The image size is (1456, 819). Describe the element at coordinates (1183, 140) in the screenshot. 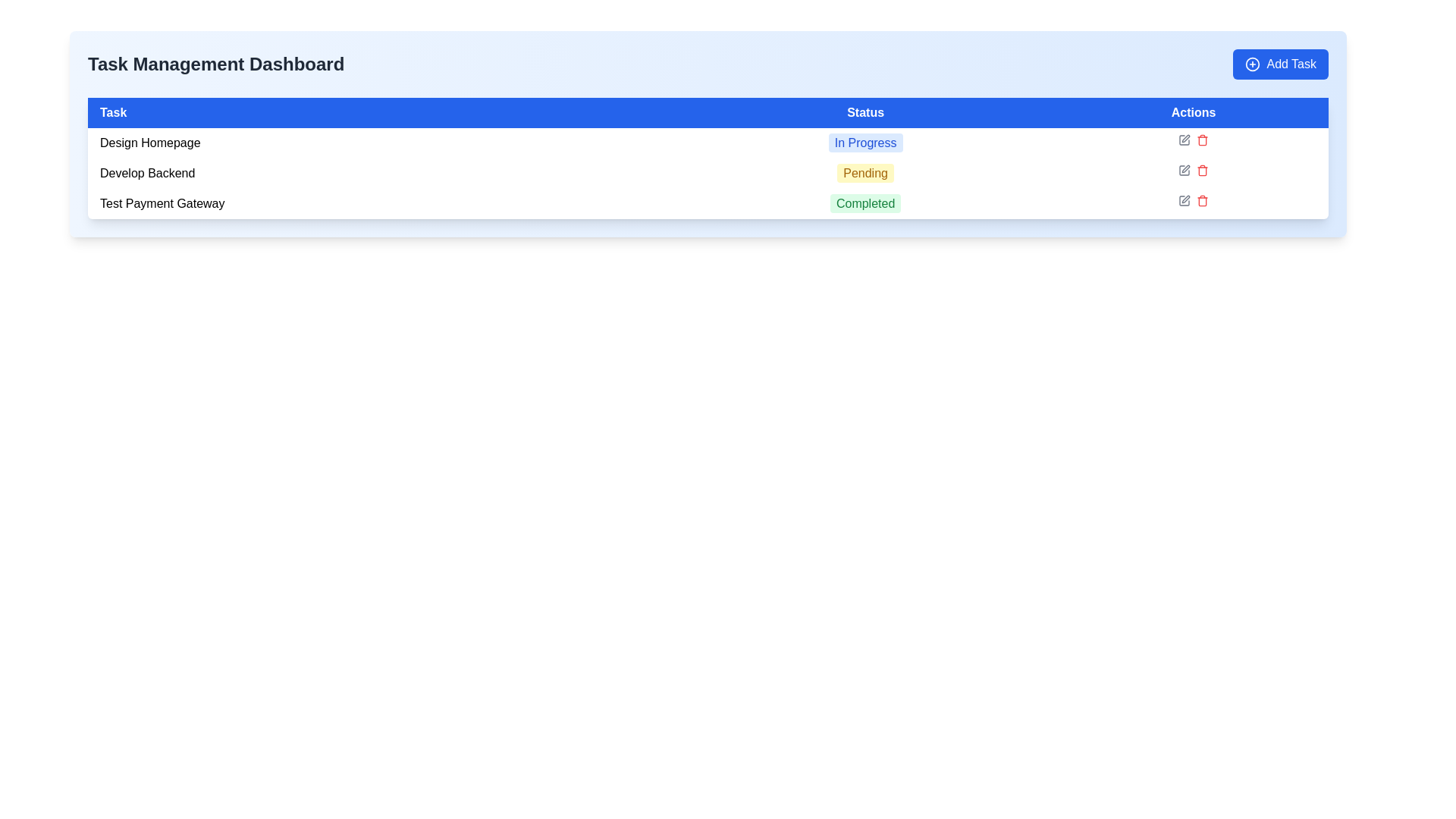

I see `the edit Icon button located on the rightmost side of the row for the task 'Design Homepage'` at that location.